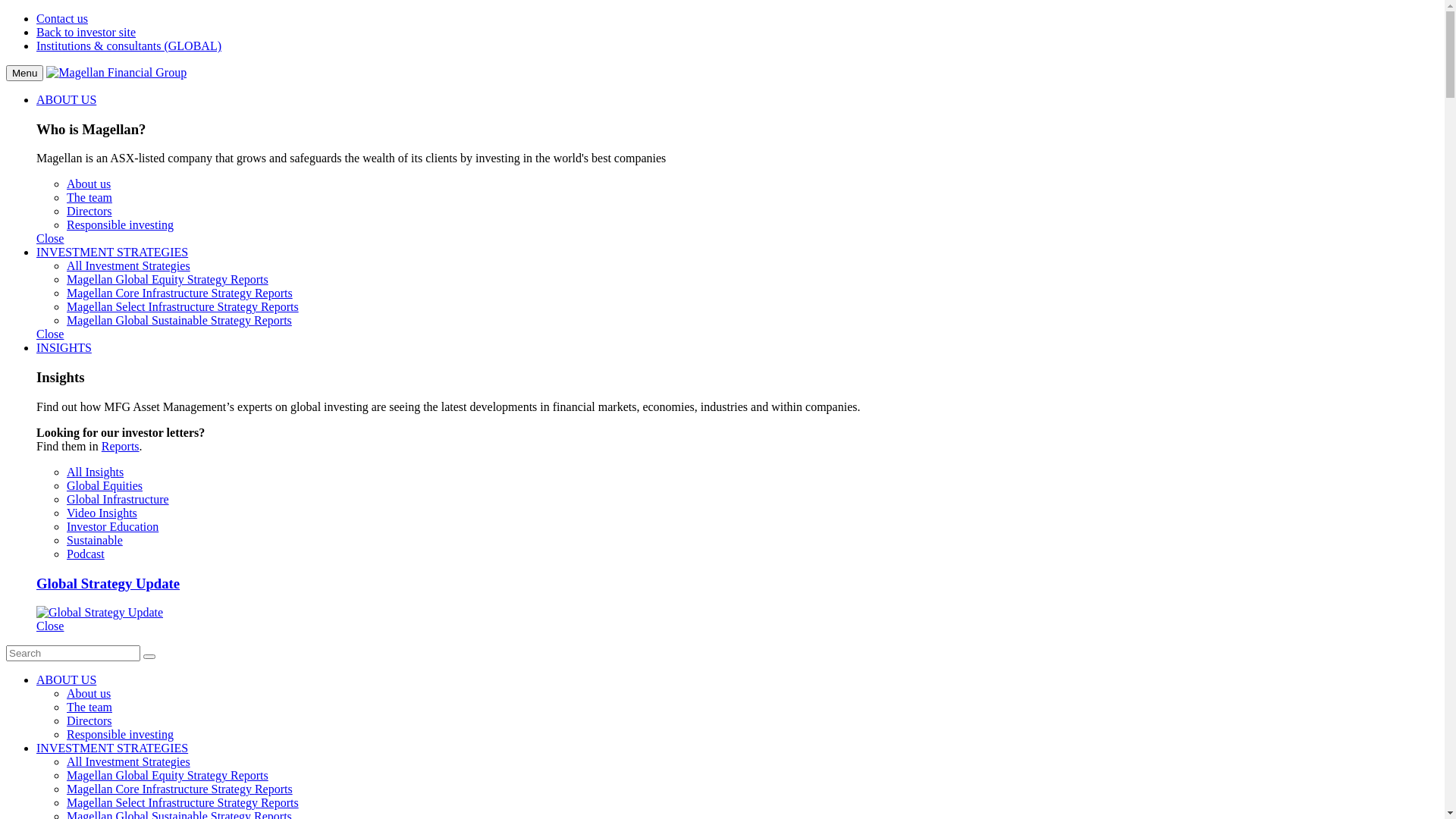 The image size is (1456, 819). What do you see at coordinates (61, 18) in the screenshot?
I see `'Contact us'` at bounding box center [61, 18].